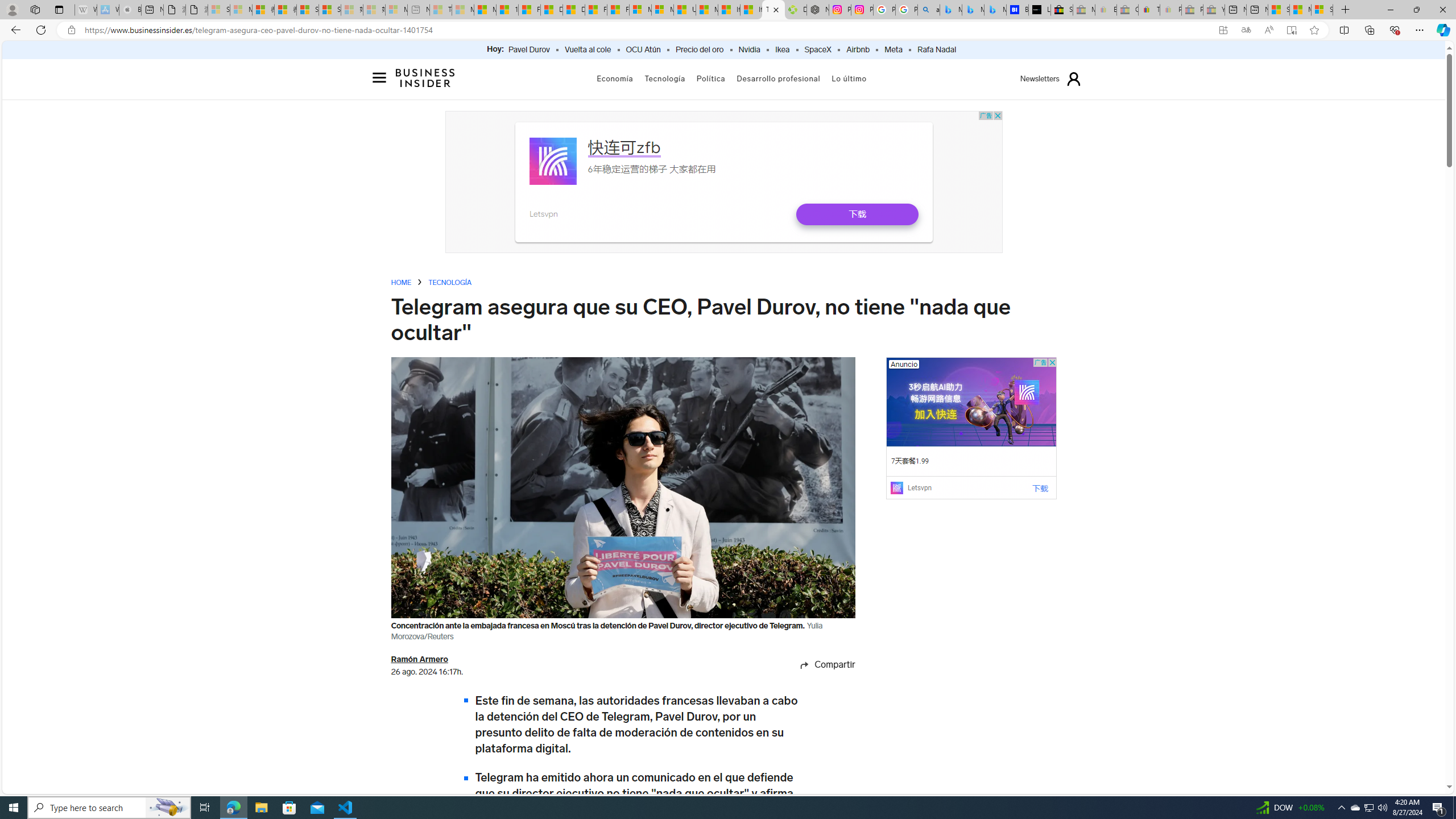 Image resolution: width=1456 pixels, height=819 pixels. I want to click on 'Desarrollo profesional', so click(779, 78).